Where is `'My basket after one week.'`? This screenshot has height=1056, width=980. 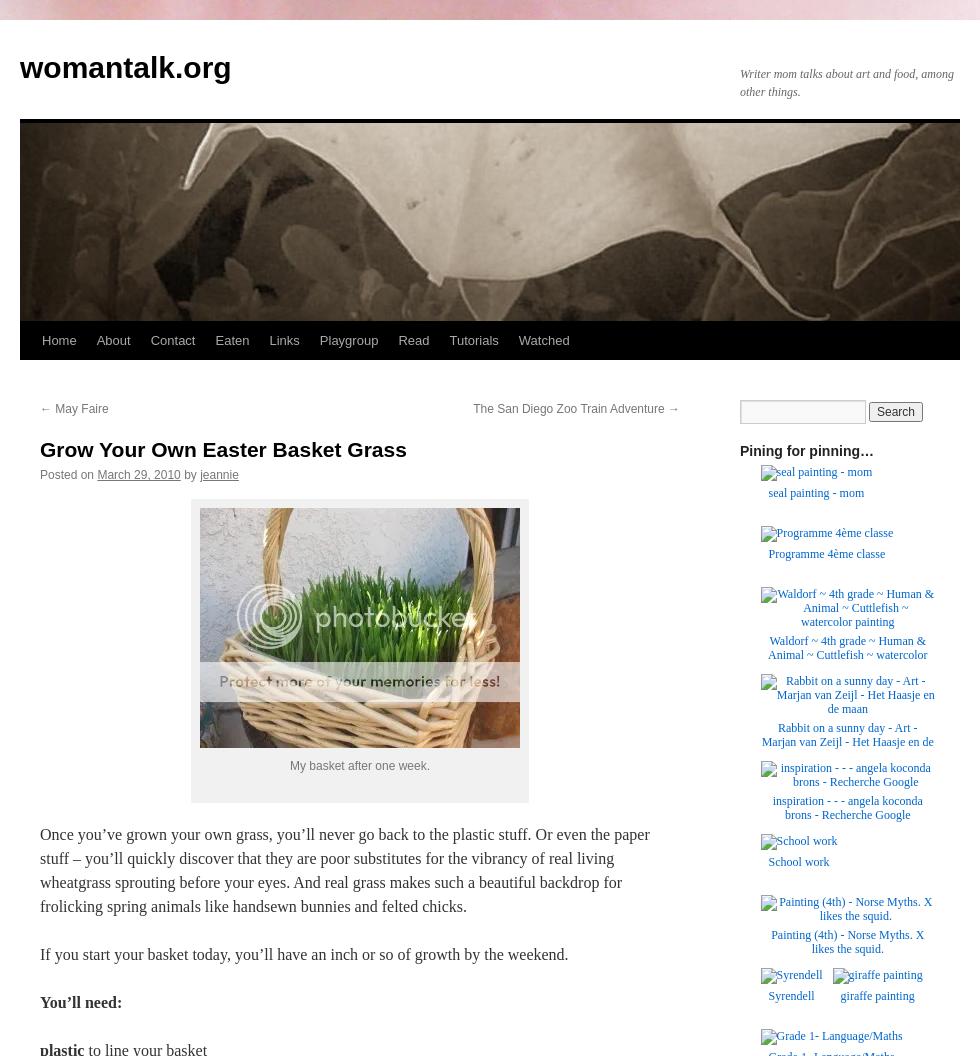
'My basket after one week.' is located at coordinates (359, 765).